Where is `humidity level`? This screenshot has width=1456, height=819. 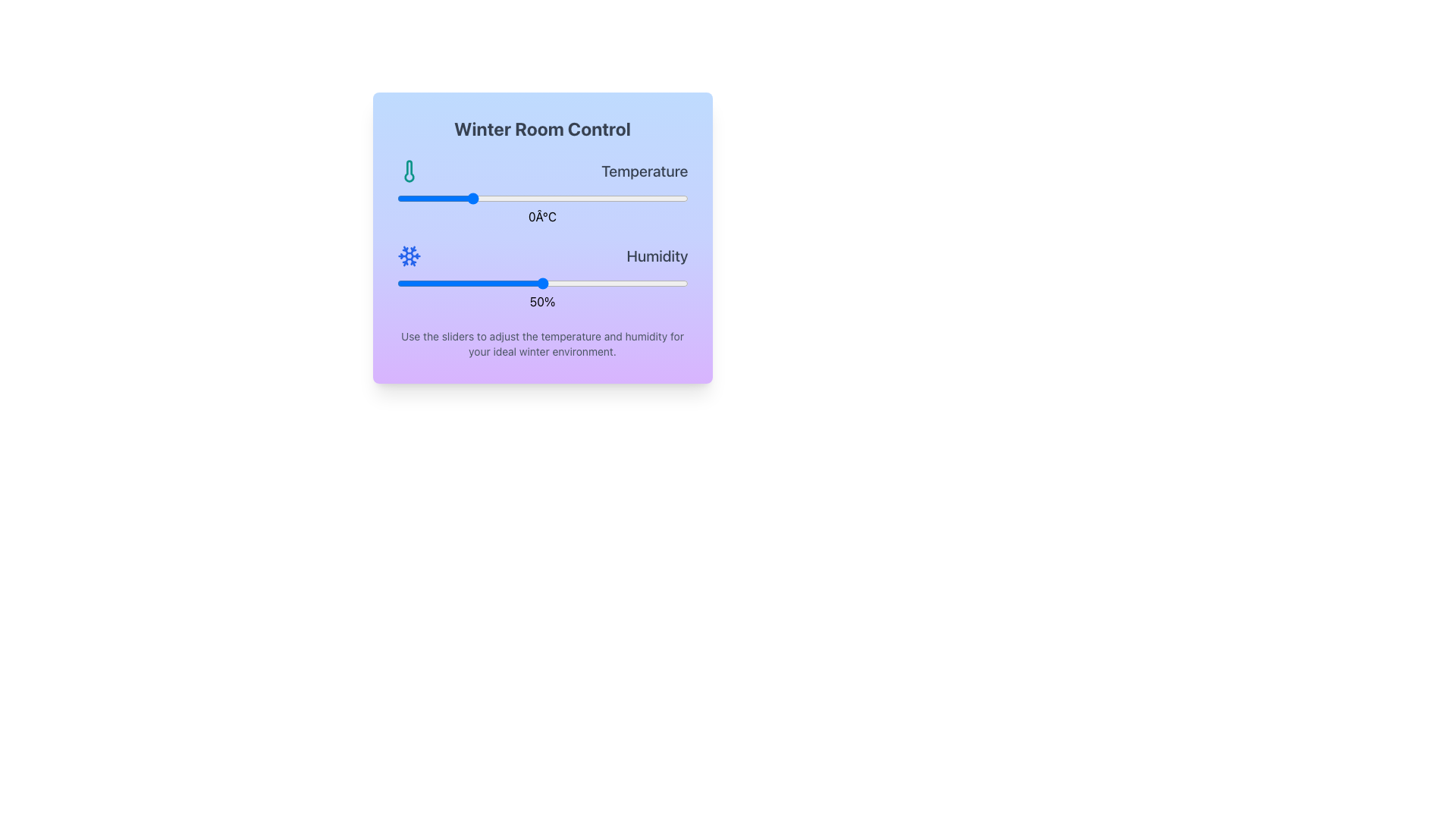 humidity level is located at coordinates (431, 284).